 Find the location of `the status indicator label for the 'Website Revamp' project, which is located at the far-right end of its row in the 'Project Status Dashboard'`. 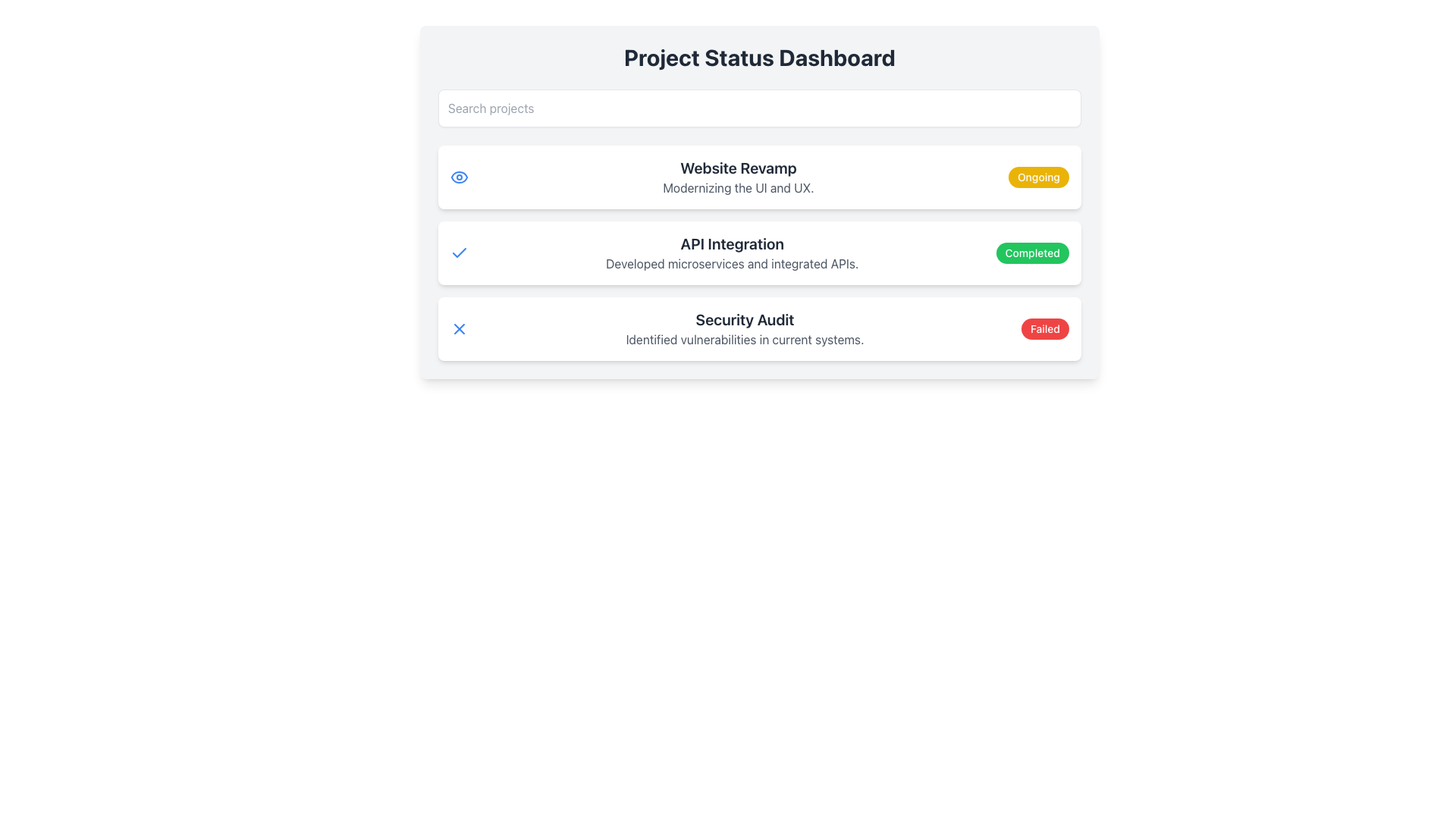

the status indicator label for the 'Website Revamp' project, which is located at the far-right end of its row in the 'Project Status Dashboard' is located at coordinates (1037, 177).